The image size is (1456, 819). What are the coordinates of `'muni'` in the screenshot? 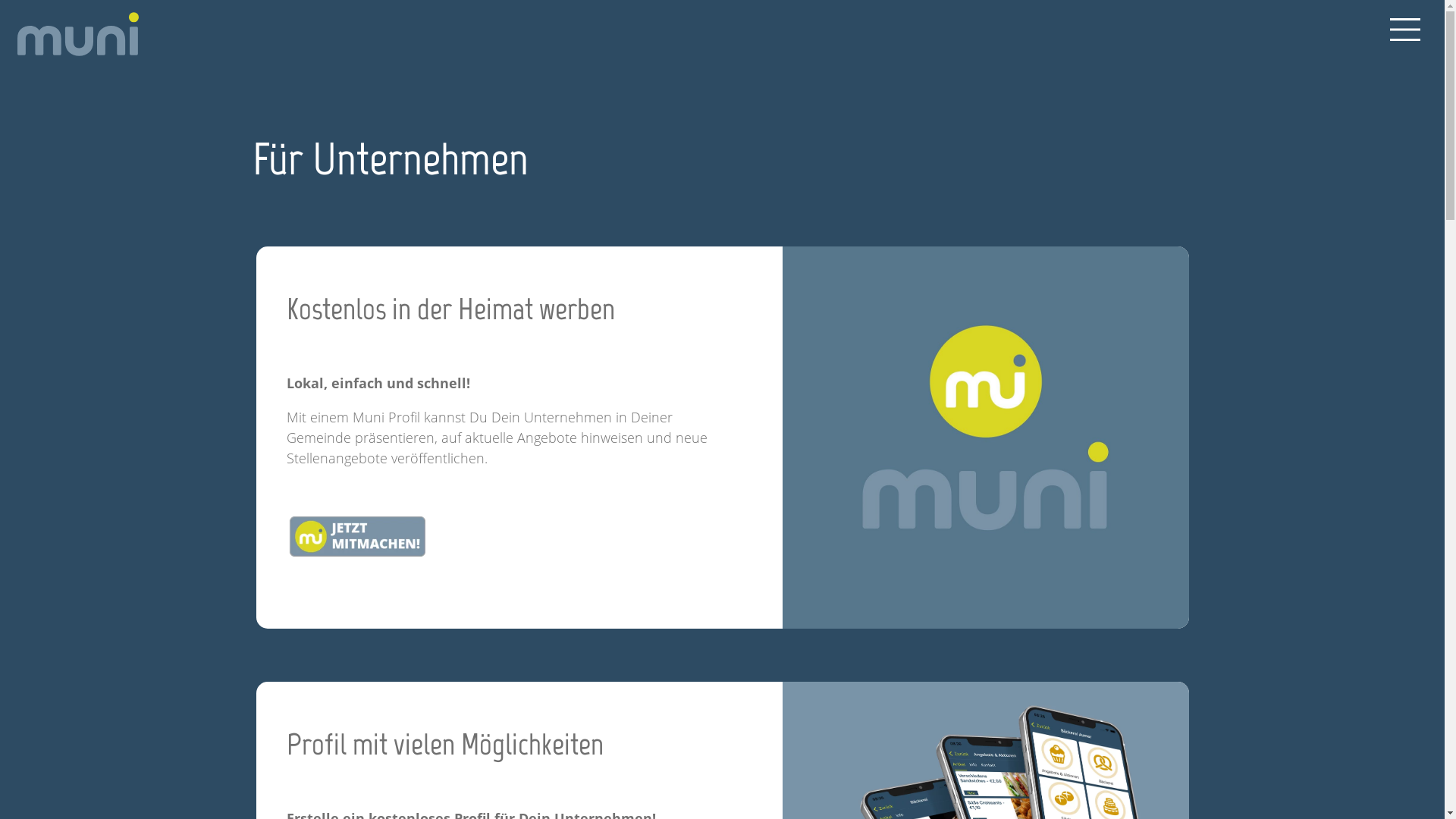 It's located at (76, 34).